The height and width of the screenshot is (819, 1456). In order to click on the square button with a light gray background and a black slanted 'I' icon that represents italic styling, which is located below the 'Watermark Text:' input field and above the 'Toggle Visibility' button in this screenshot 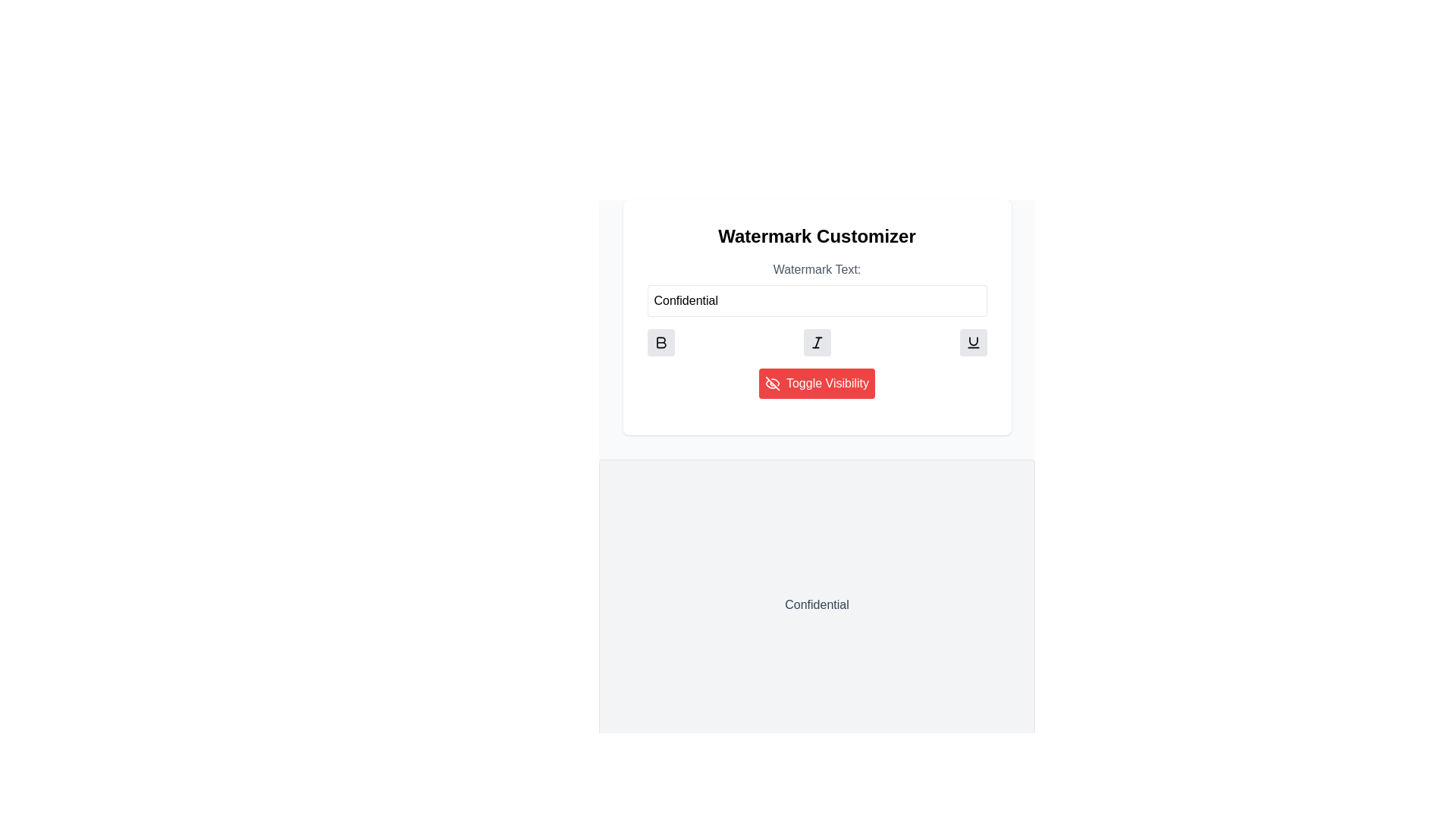, I will do `click(816, 342)`.